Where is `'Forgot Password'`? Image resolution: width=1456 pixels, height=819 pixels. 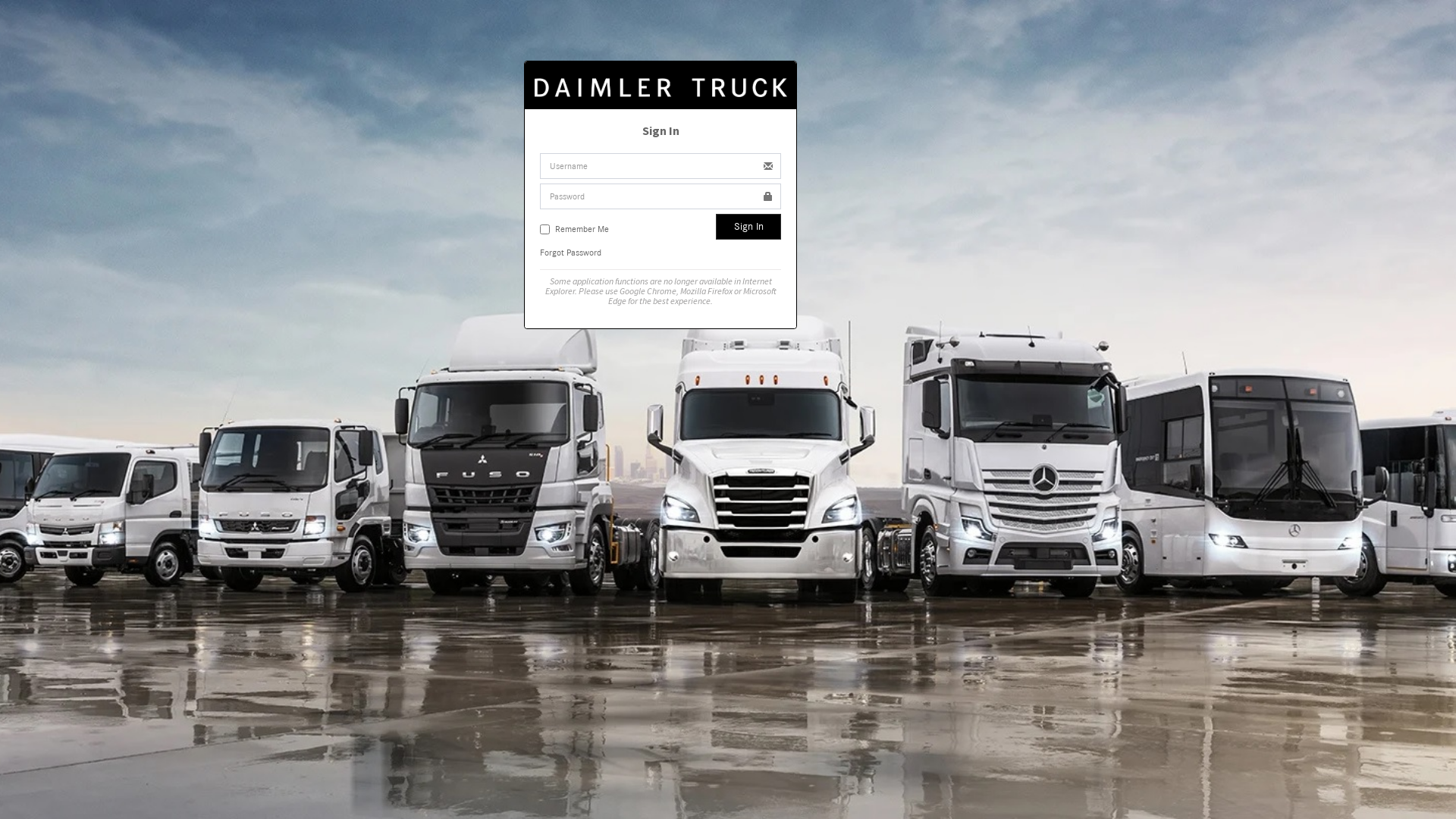 'Forgot Password' is located at coordinates (570, 251).